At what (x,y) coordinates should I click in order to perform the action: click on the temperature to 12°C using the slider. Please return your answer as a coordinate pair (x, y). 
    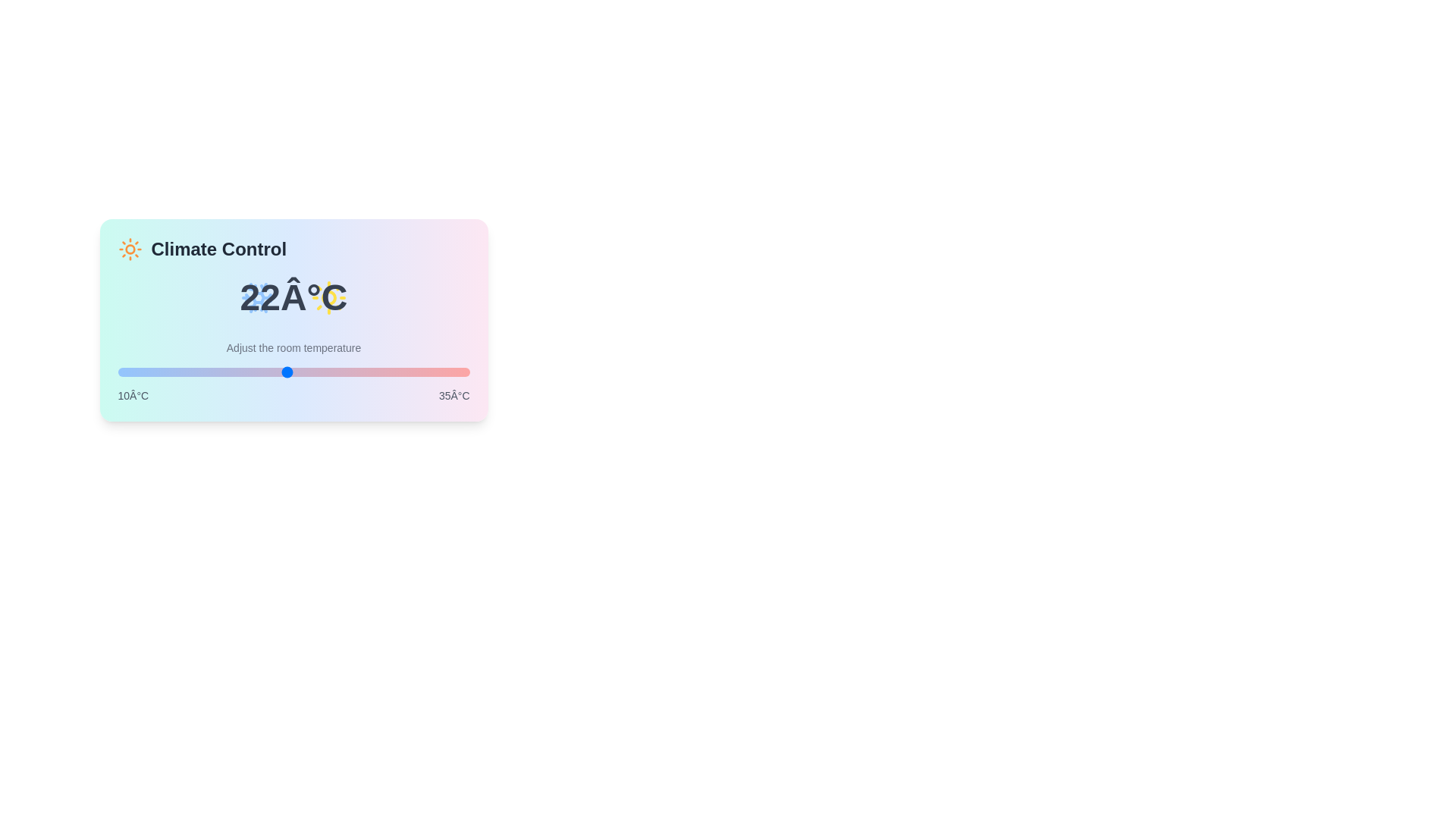
    Looking at the image, I should click on (146, 372).